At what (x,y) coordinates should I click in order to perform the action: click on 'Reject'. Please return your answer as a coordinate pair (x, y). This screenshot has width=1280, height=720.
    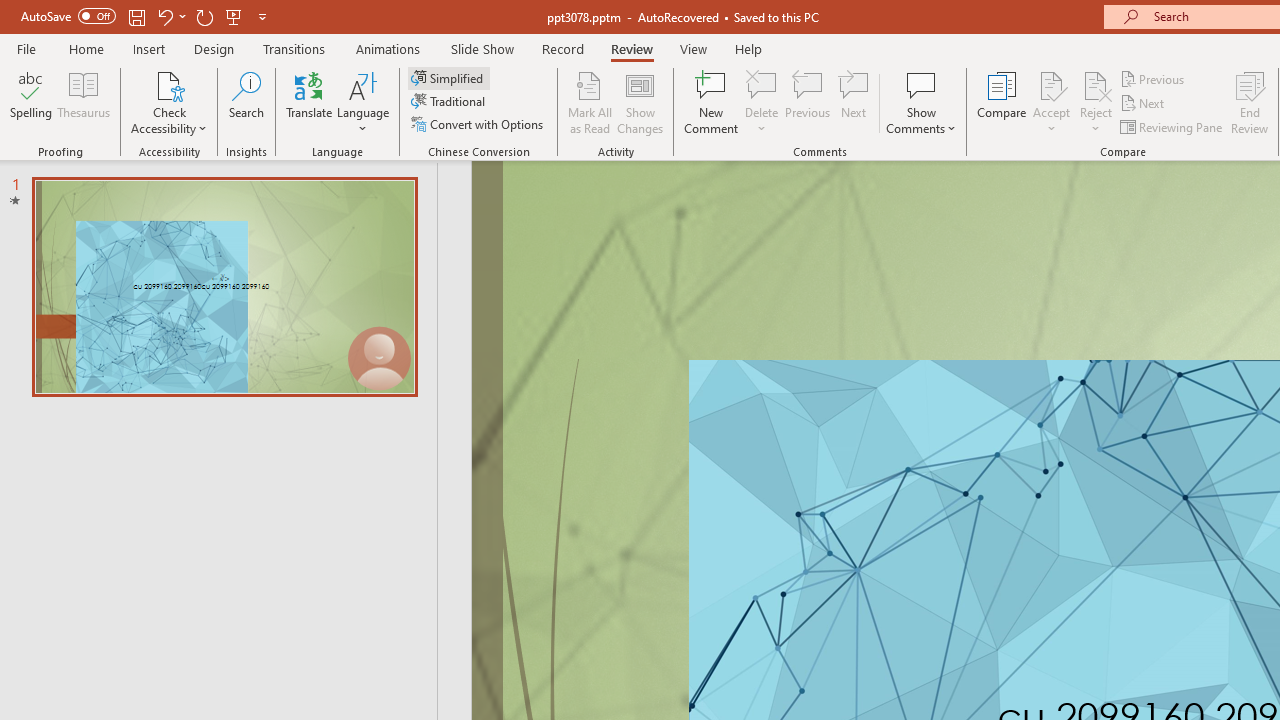
    Looking at the image, I should click on (1095, 103).